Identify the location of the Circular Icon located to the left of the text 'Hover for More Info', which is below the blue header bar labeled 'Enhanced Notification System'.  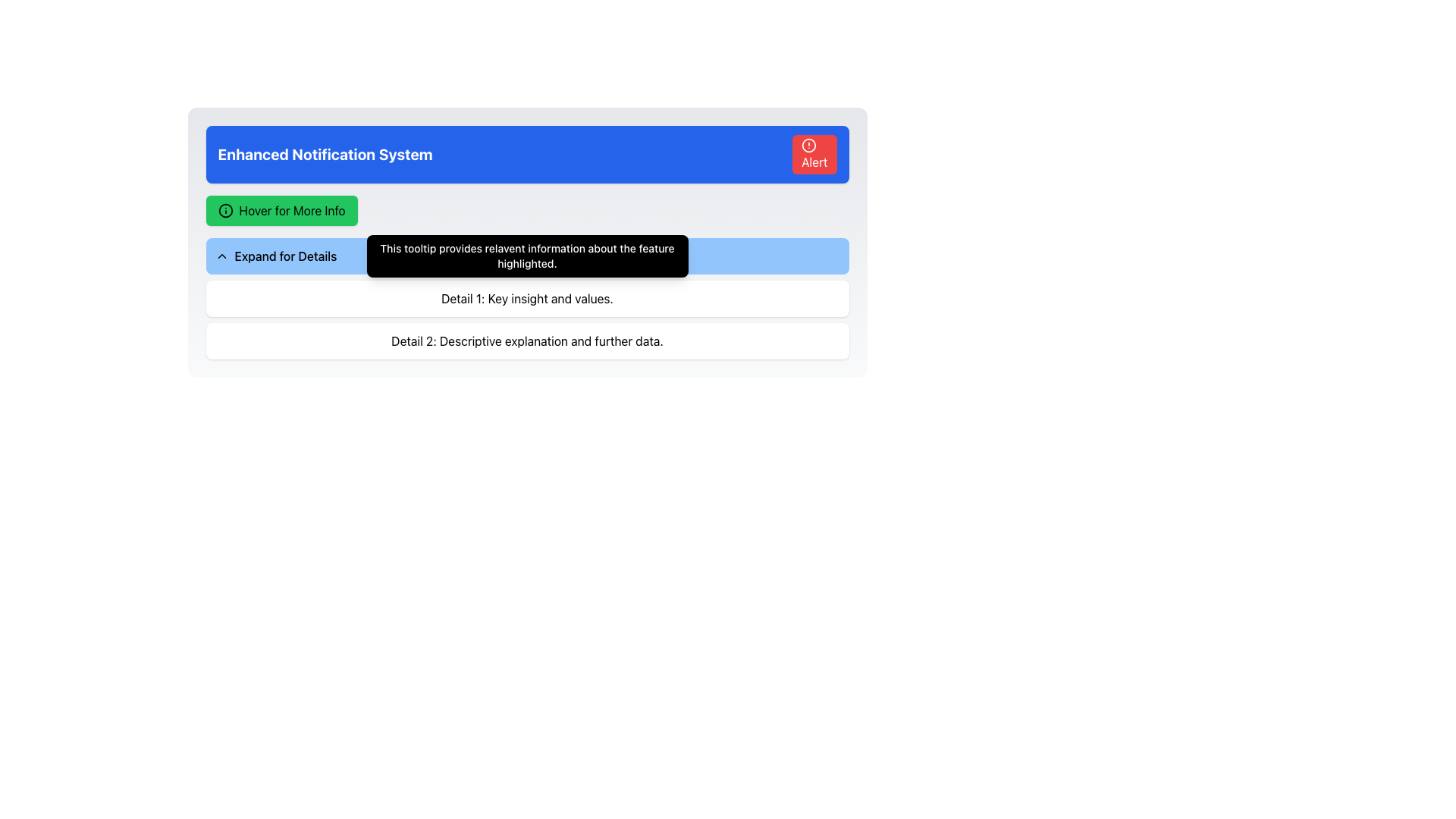
(224, 210).